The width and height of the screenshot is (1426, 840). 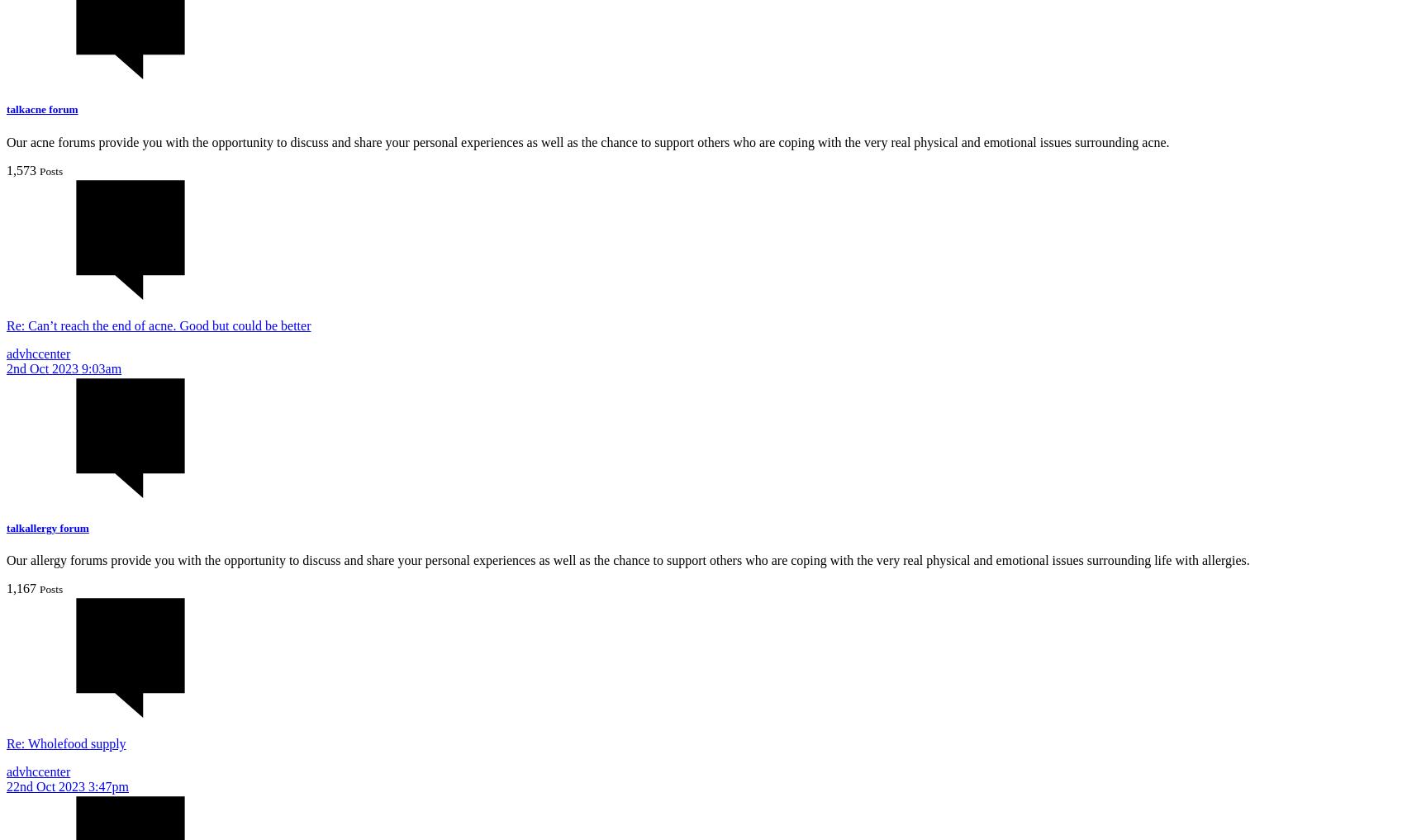 I want to click on 'allergy', so click(x=25, y=527).